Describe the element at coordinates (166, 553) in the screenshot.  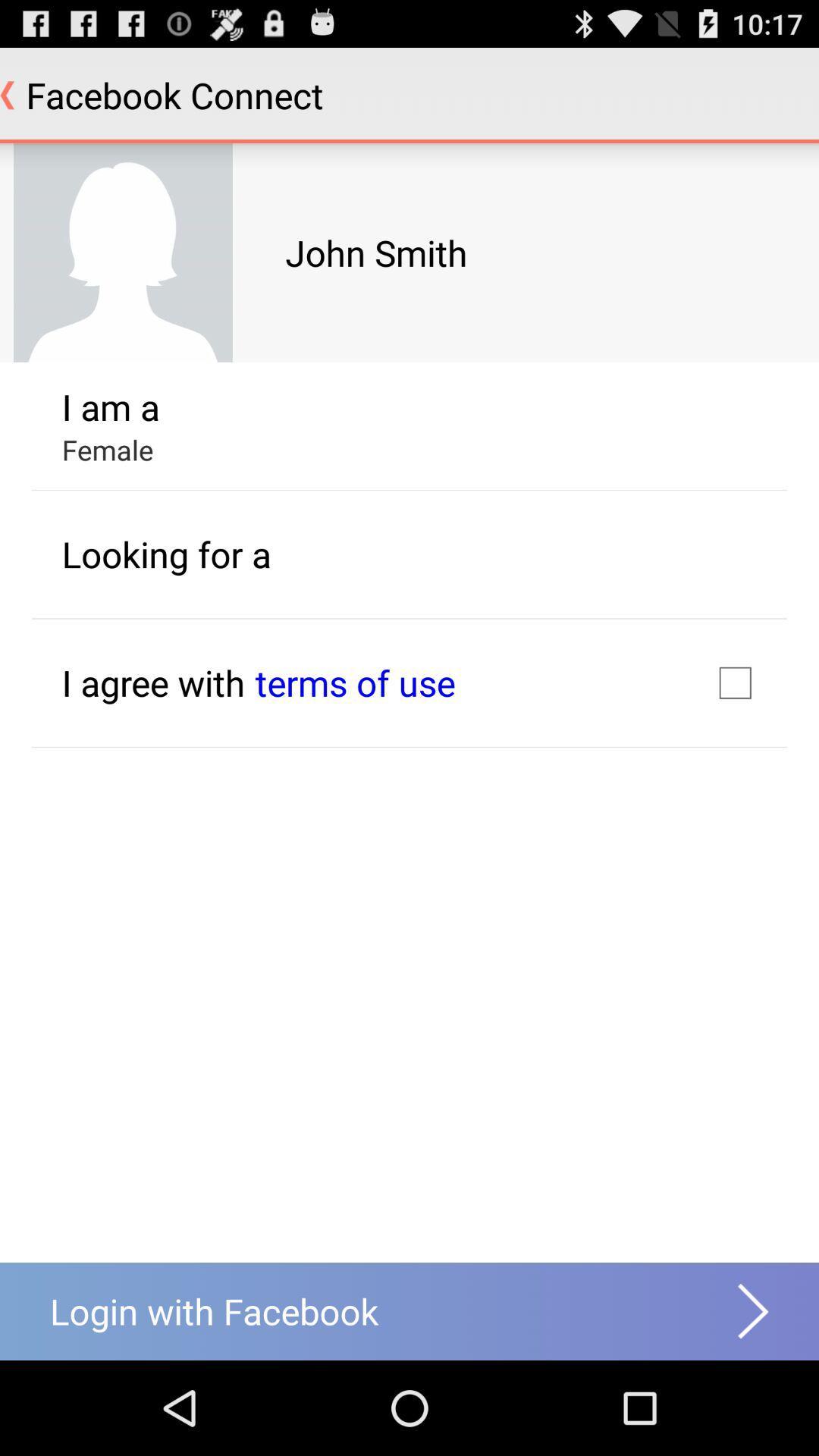
I see `the item below the female icon` at that location.